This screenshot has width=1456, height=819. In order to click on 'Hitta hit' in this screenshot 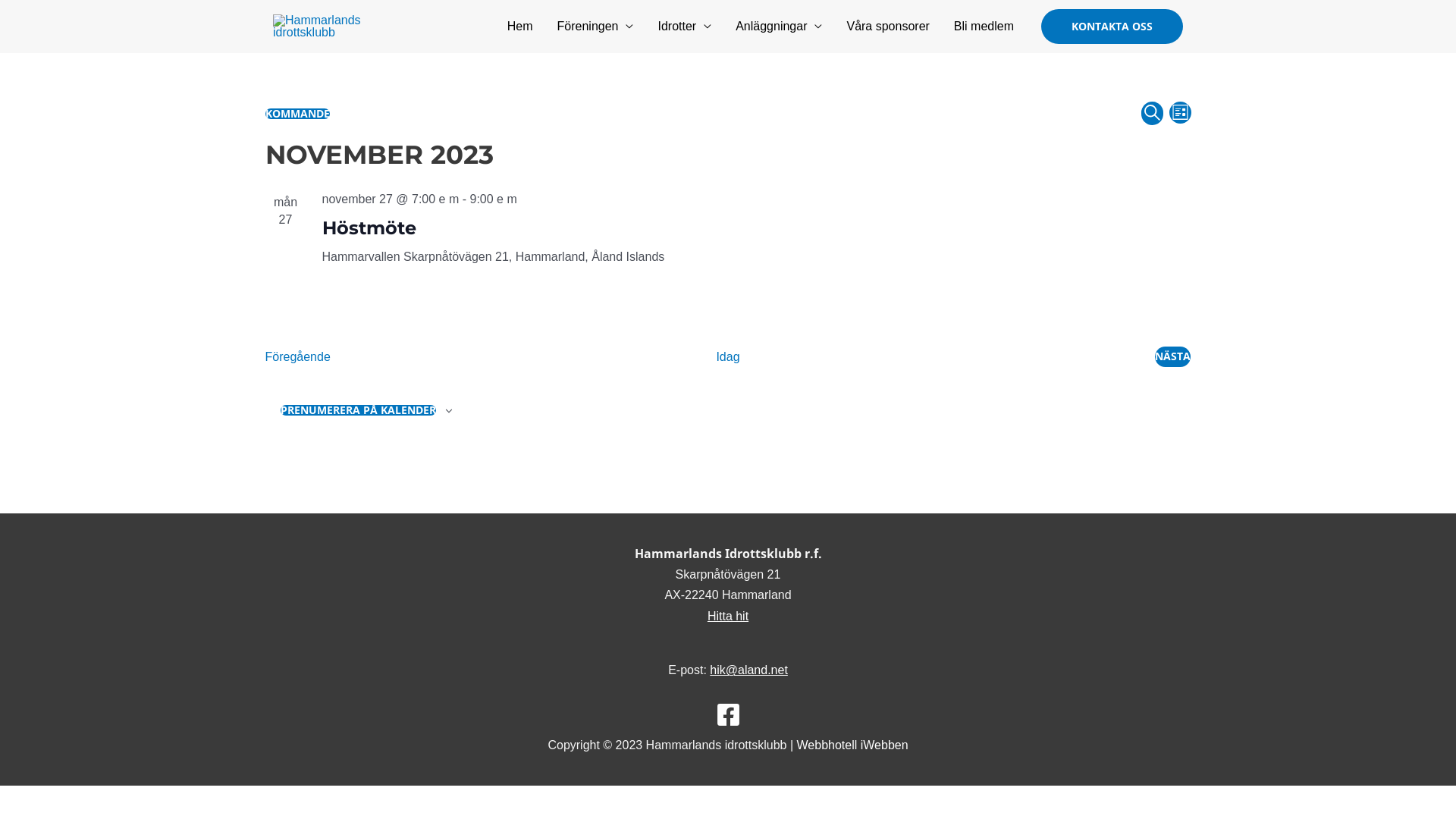, I will do `click(728, 616)`.